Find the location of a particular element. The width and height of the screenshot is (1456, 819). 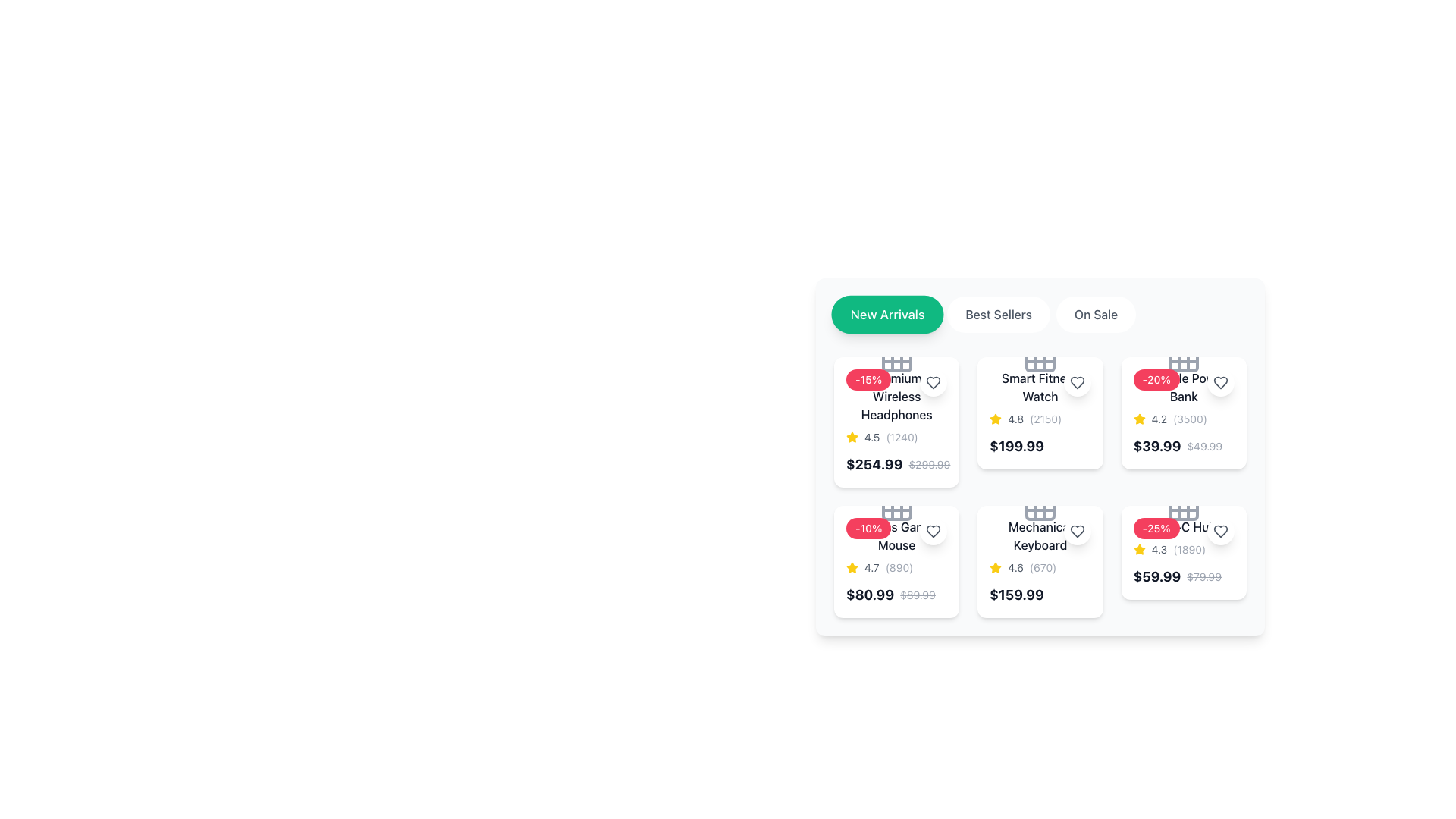

the fourth card in the grid layout on the bottom row is located at coordinates (1040, 561).